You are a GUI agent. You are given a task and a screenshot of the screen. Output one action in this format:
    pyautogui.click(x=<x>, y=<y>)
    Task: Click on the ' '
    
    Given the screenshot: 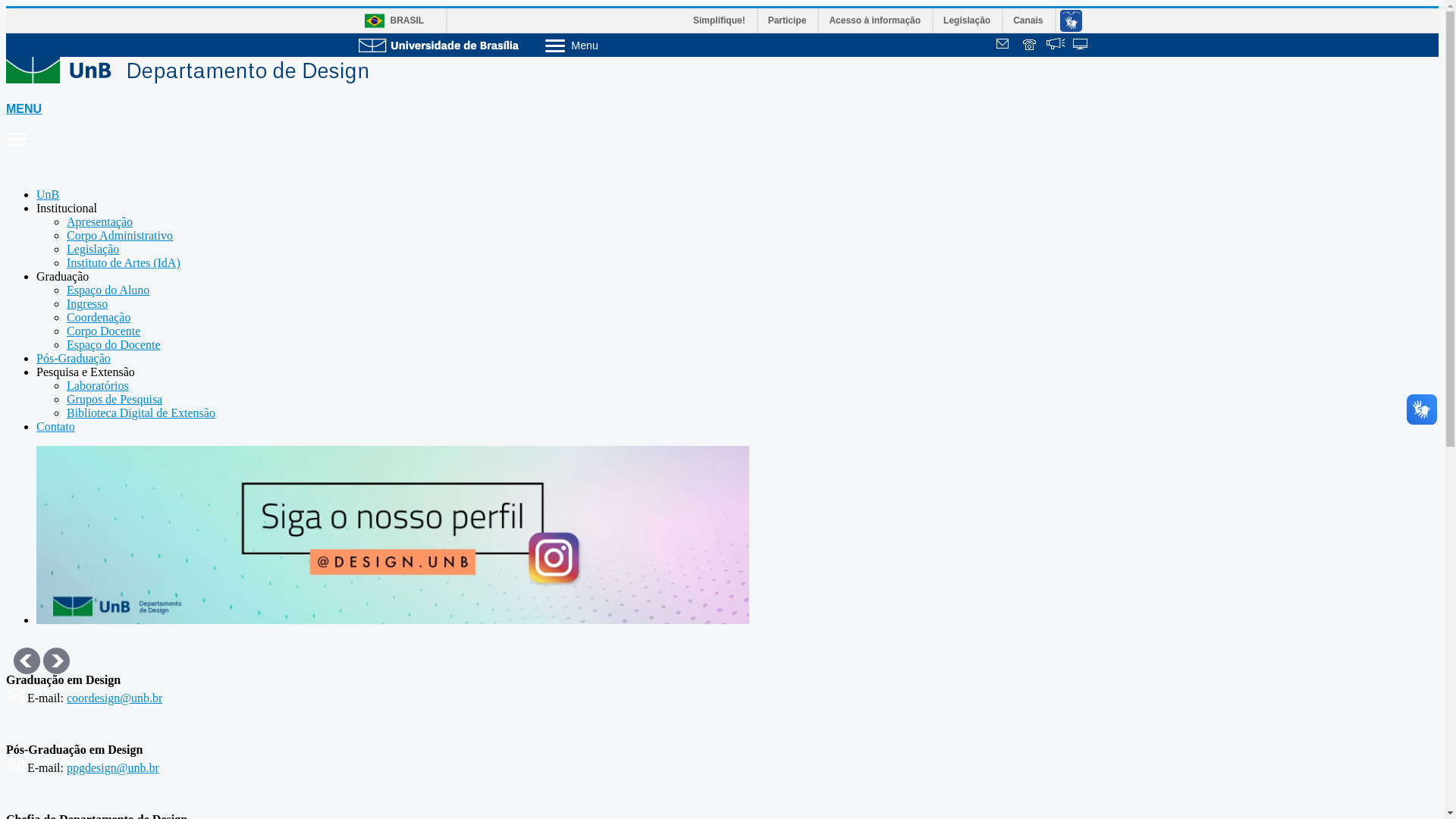 What is the action you would take?
    pyautogui.click(x=1030, y=45)
    